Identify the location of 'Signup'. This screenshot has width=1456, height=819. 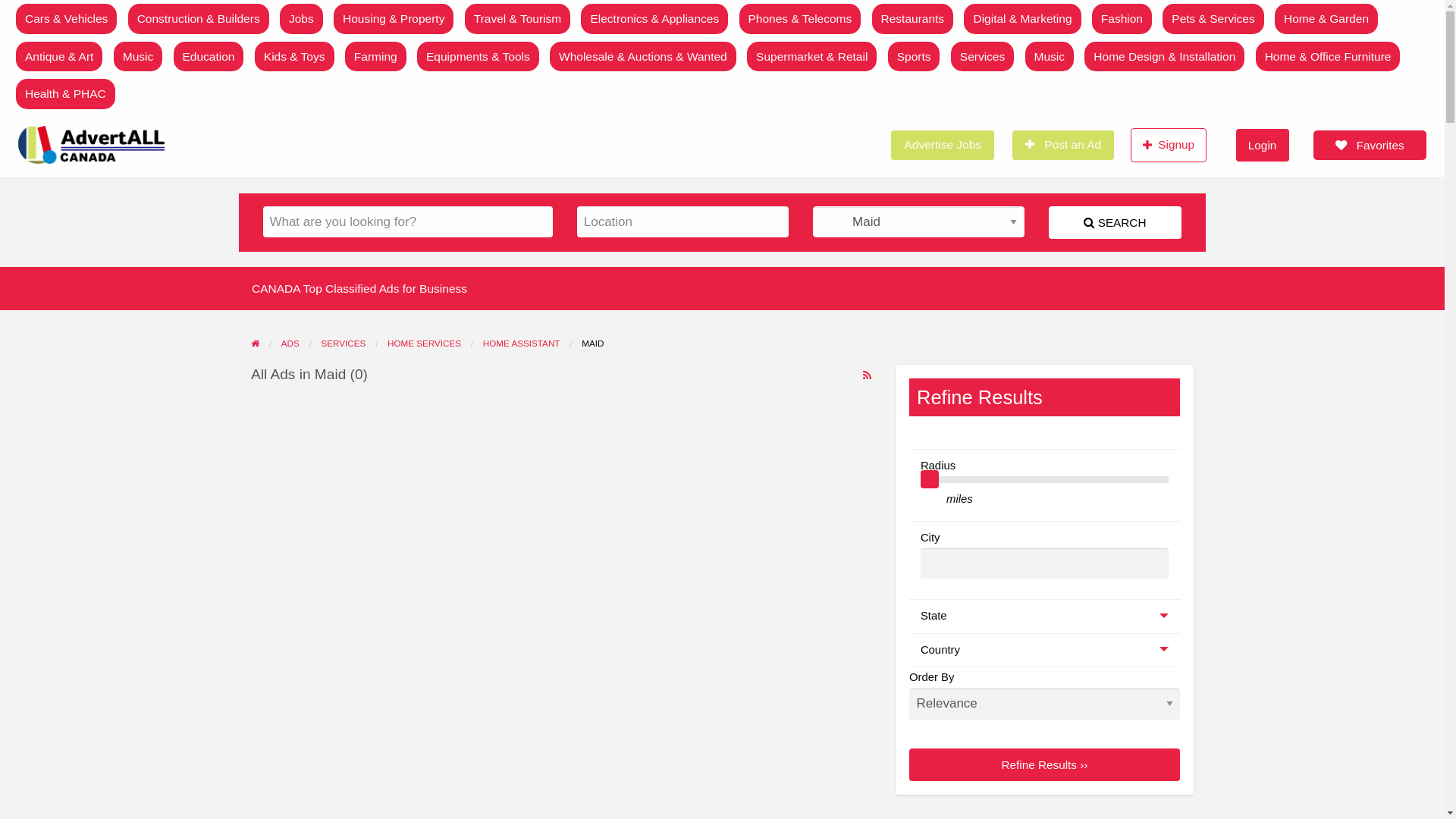
(1168, 145).